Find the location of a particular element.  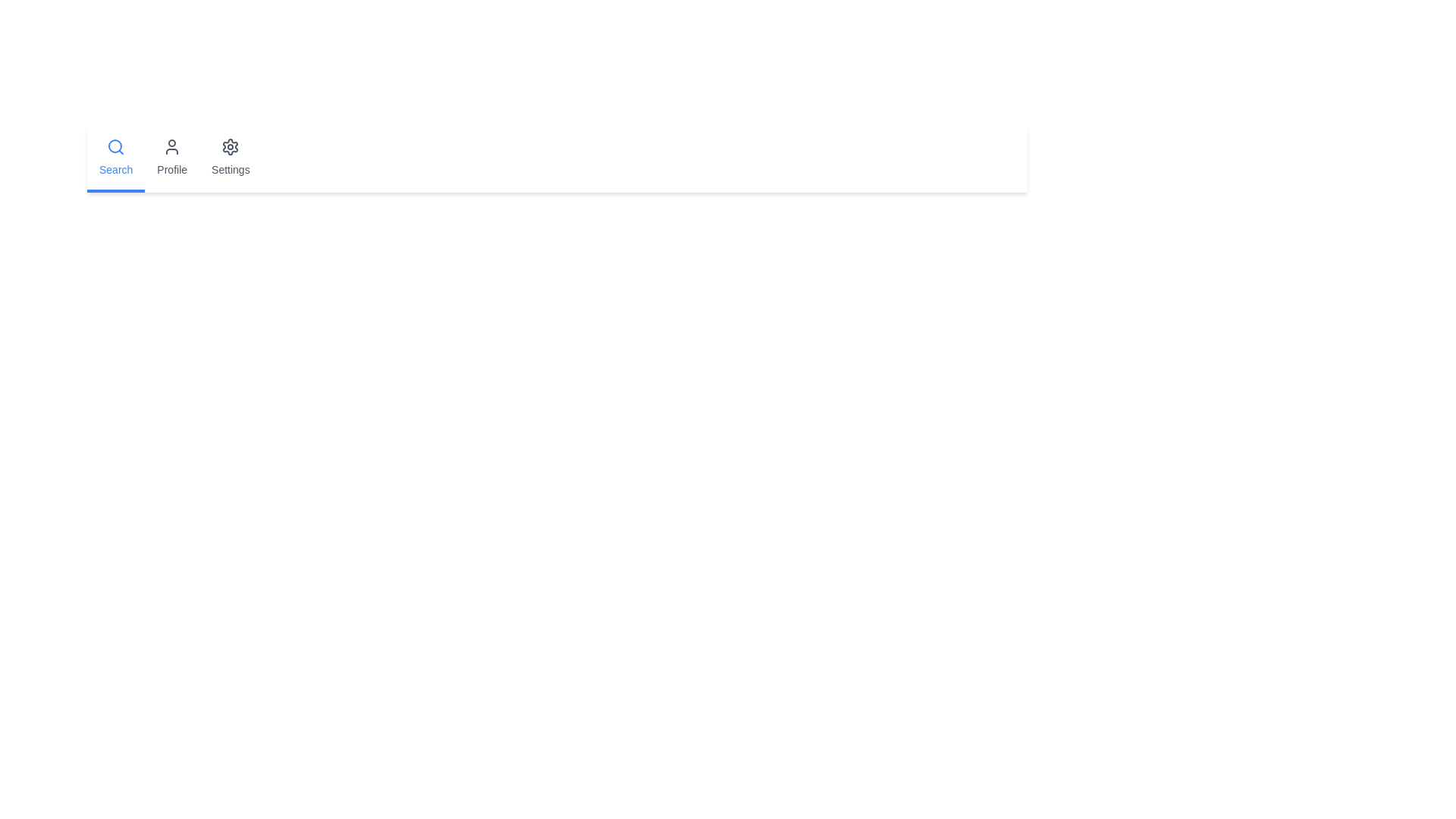

the 'Settings' button, which is the third option in the navigation bar, to change its color is located at coordinates (230, 158).